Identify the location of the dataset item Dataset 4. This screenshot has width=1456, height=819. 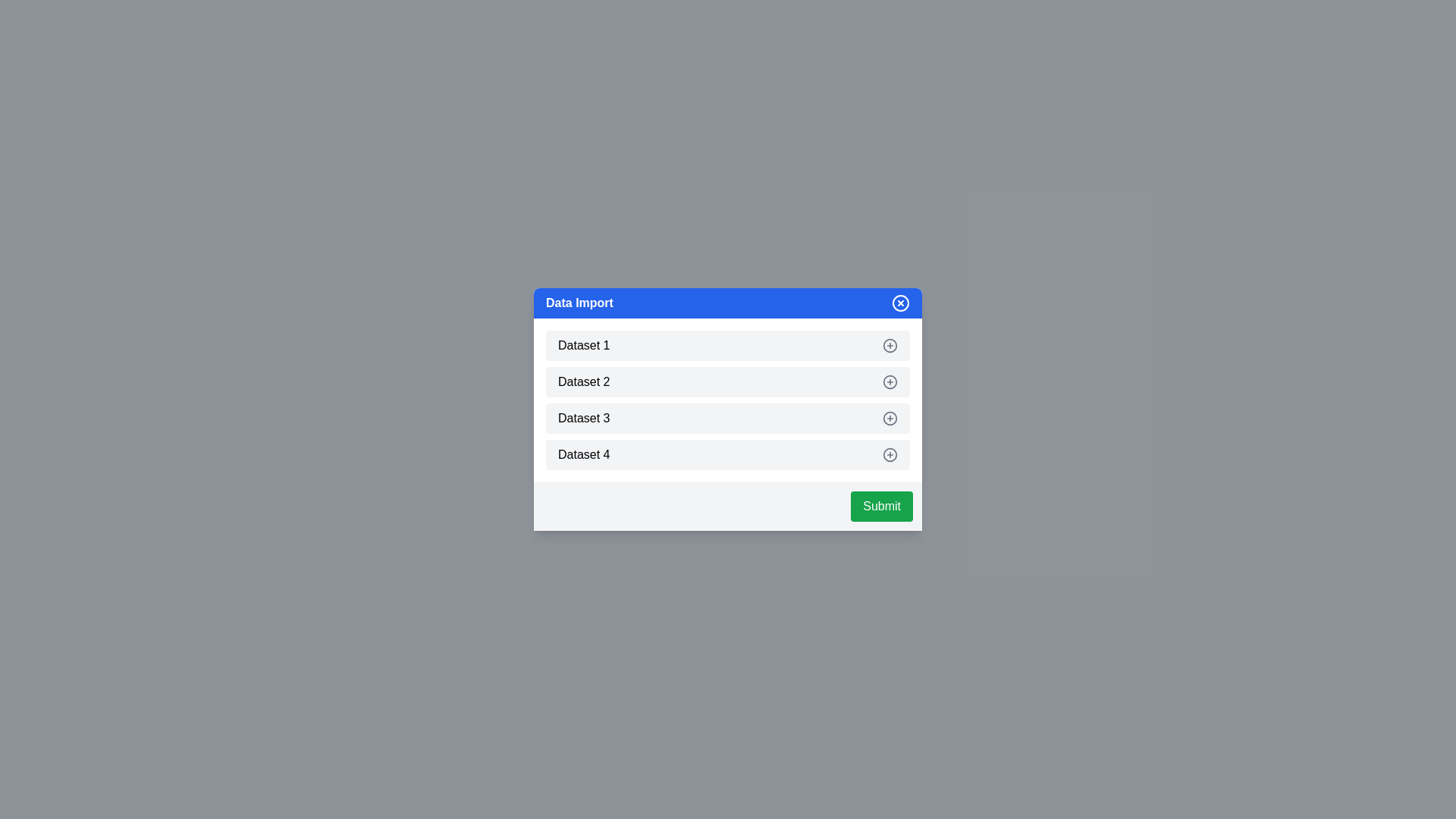
(890, 454).